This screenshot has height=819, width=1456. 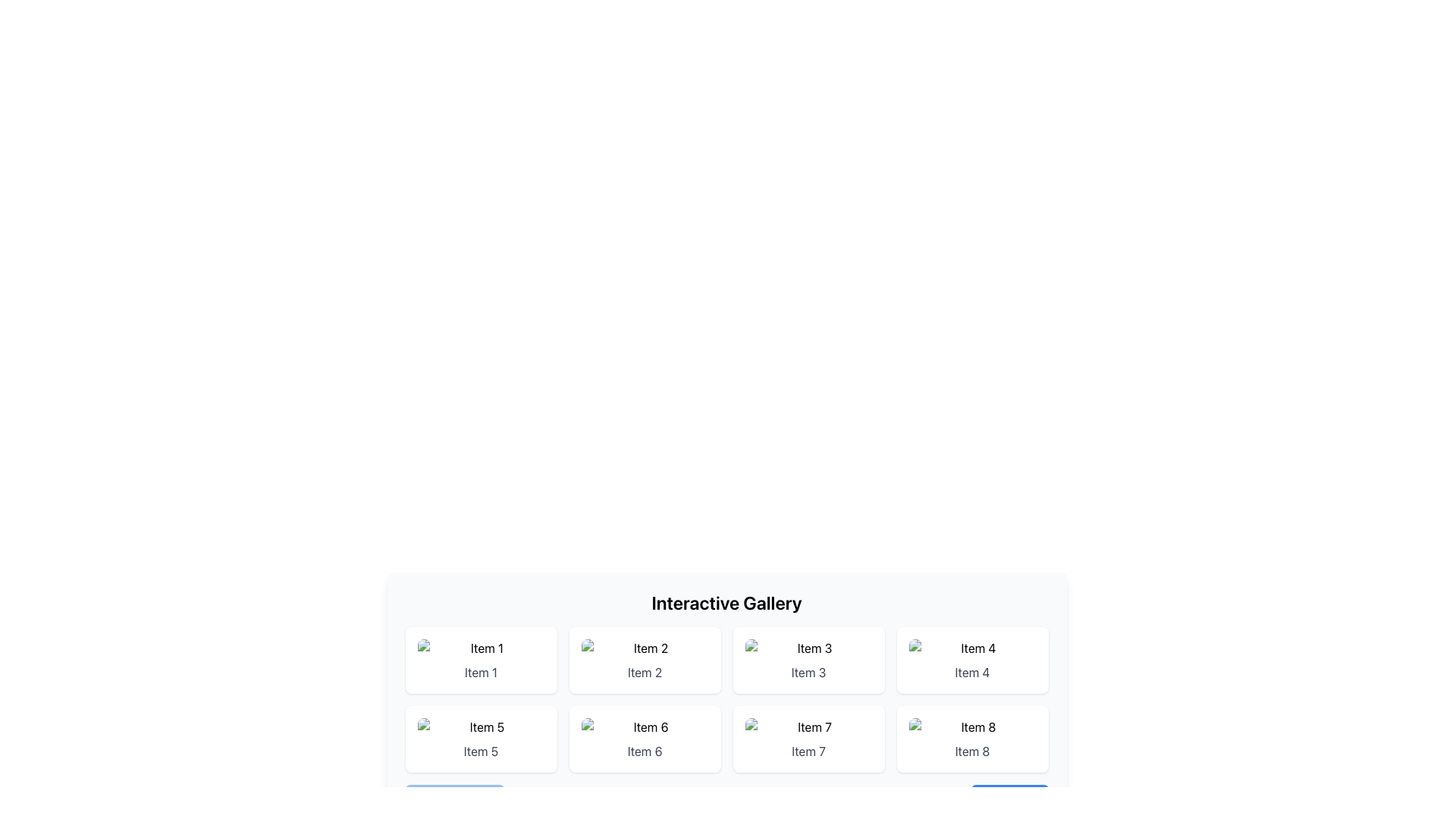 I want to click on the third card in the 'Interactive Gallery' section, representing 'Item 3', for interaction, so click(x=808, y=660).